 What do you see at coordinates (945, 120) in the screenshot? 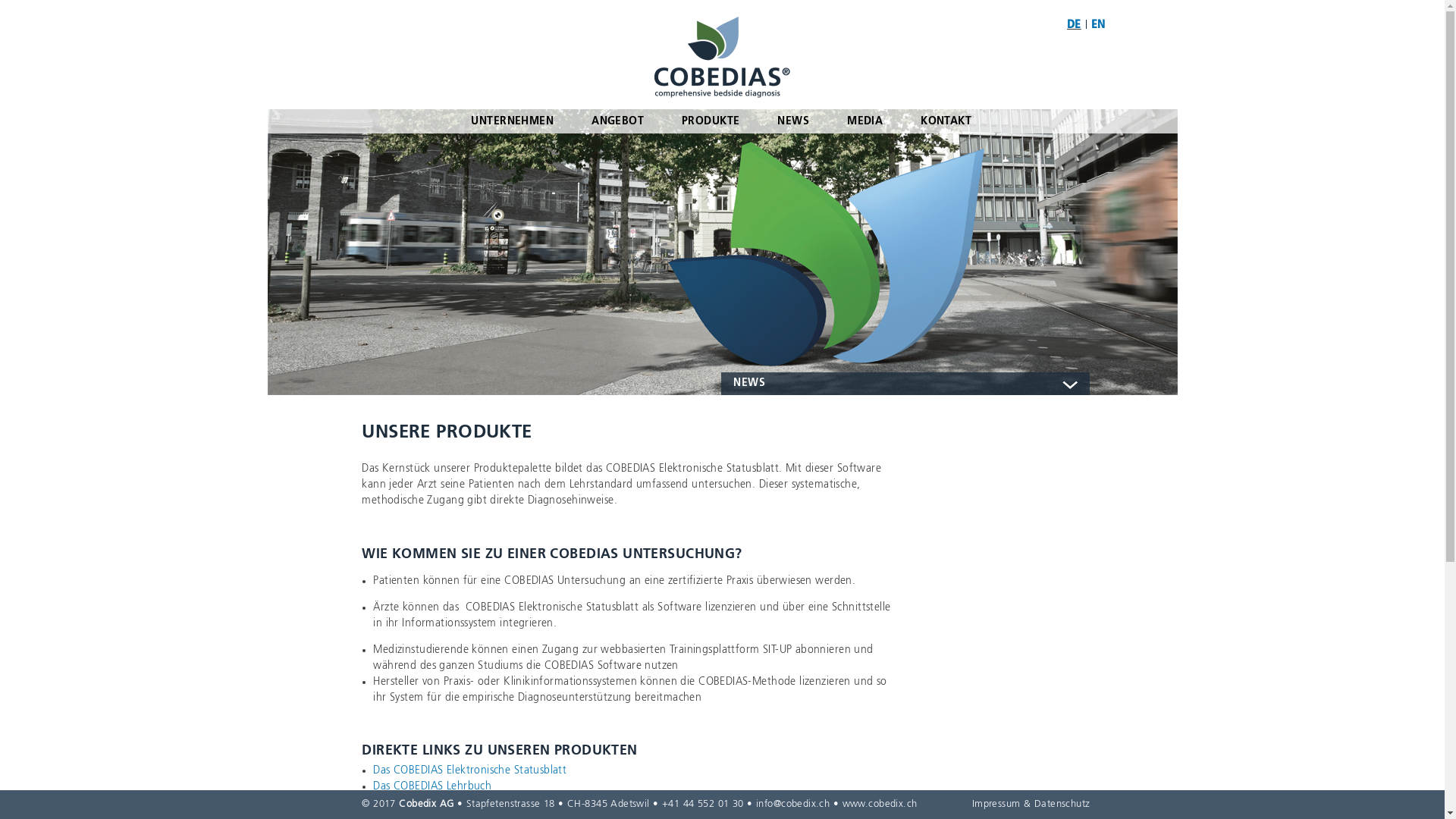
I see `'KONTAKT'` at bounding box center [945, 120].